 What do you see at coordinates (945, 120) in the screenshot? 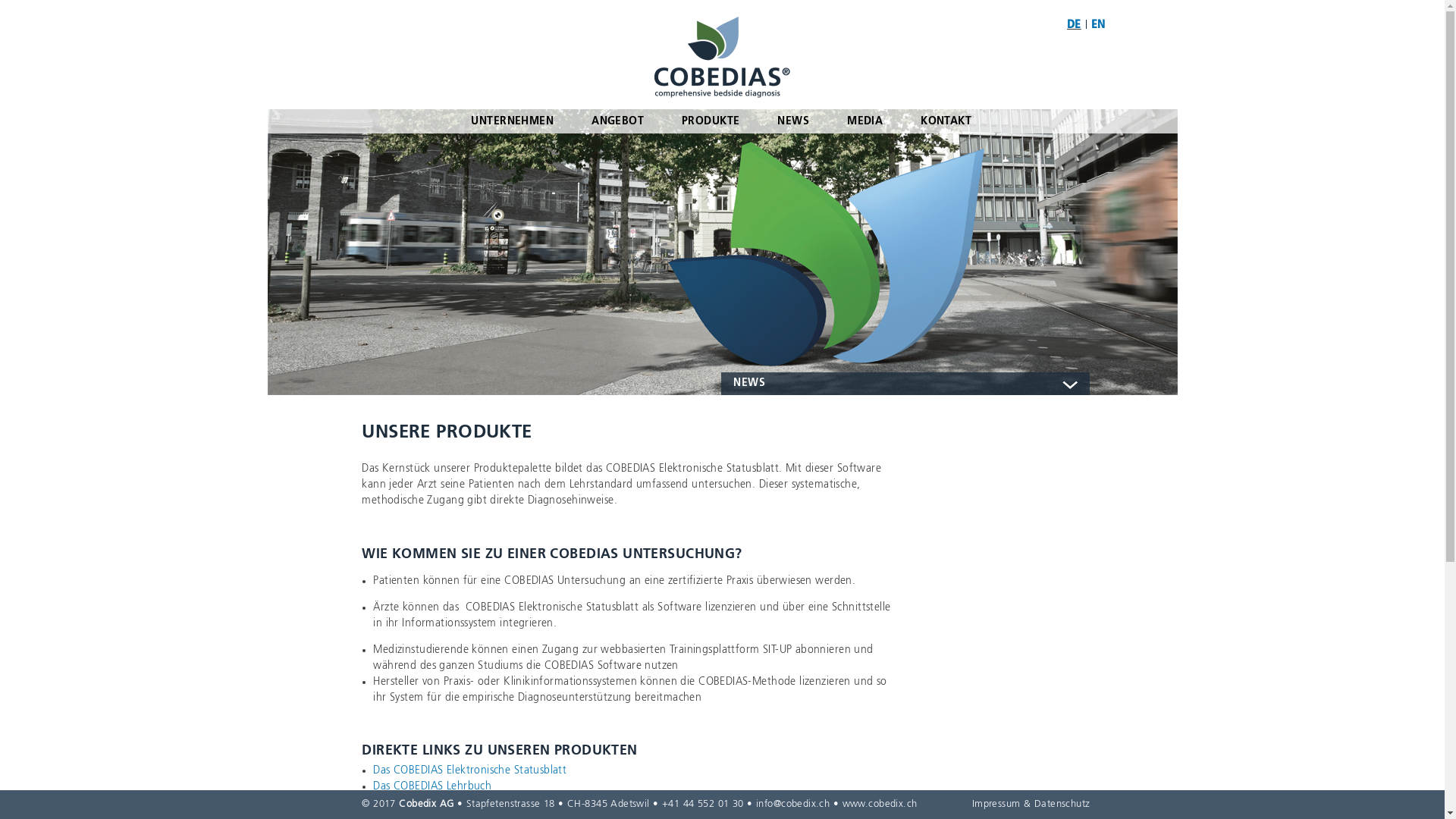
I see `'KONTAKT'` at bounding box center [945, 120].